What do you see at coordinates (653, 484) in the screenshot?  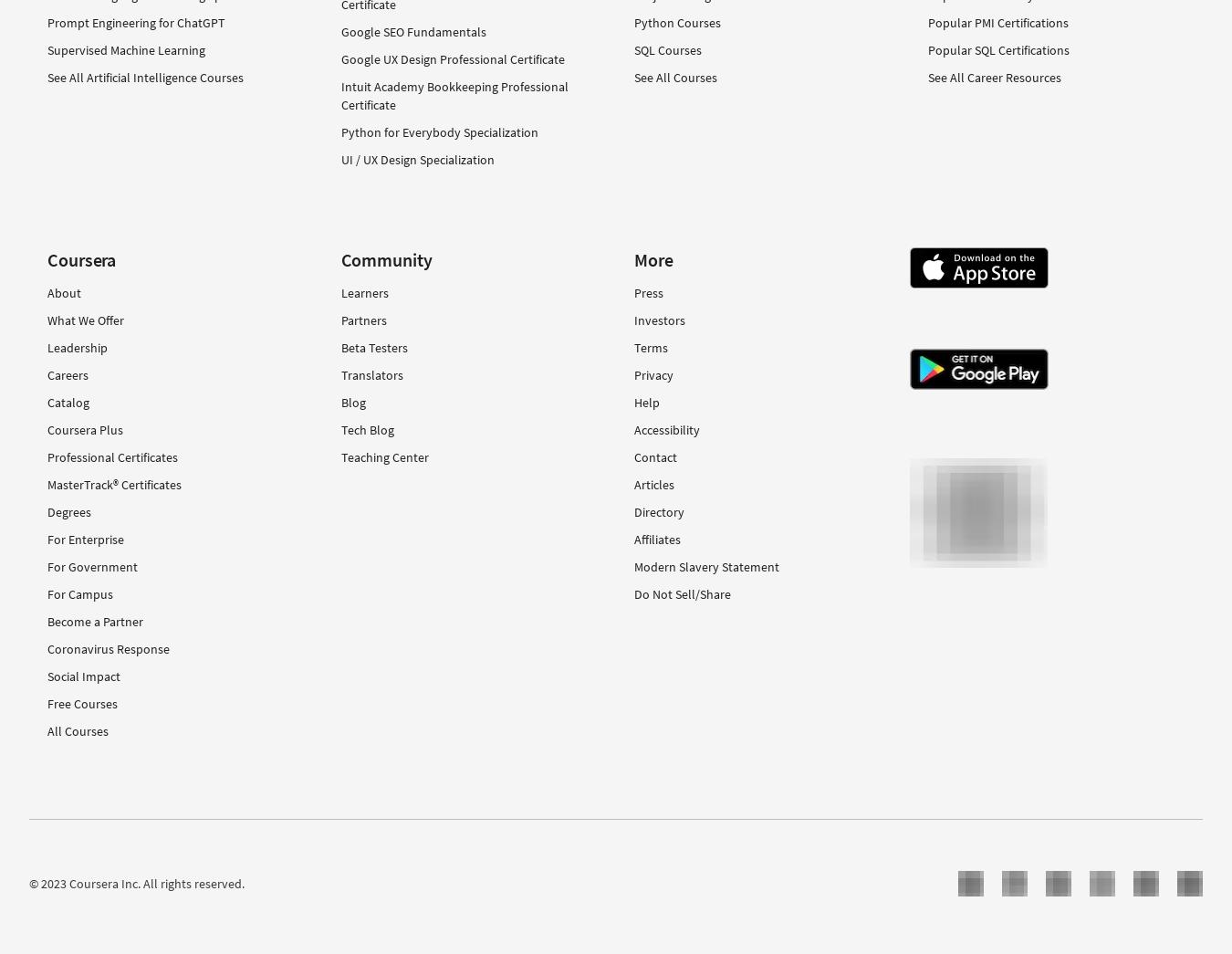 I see `'Articles'` at bounding box center [653, 484].